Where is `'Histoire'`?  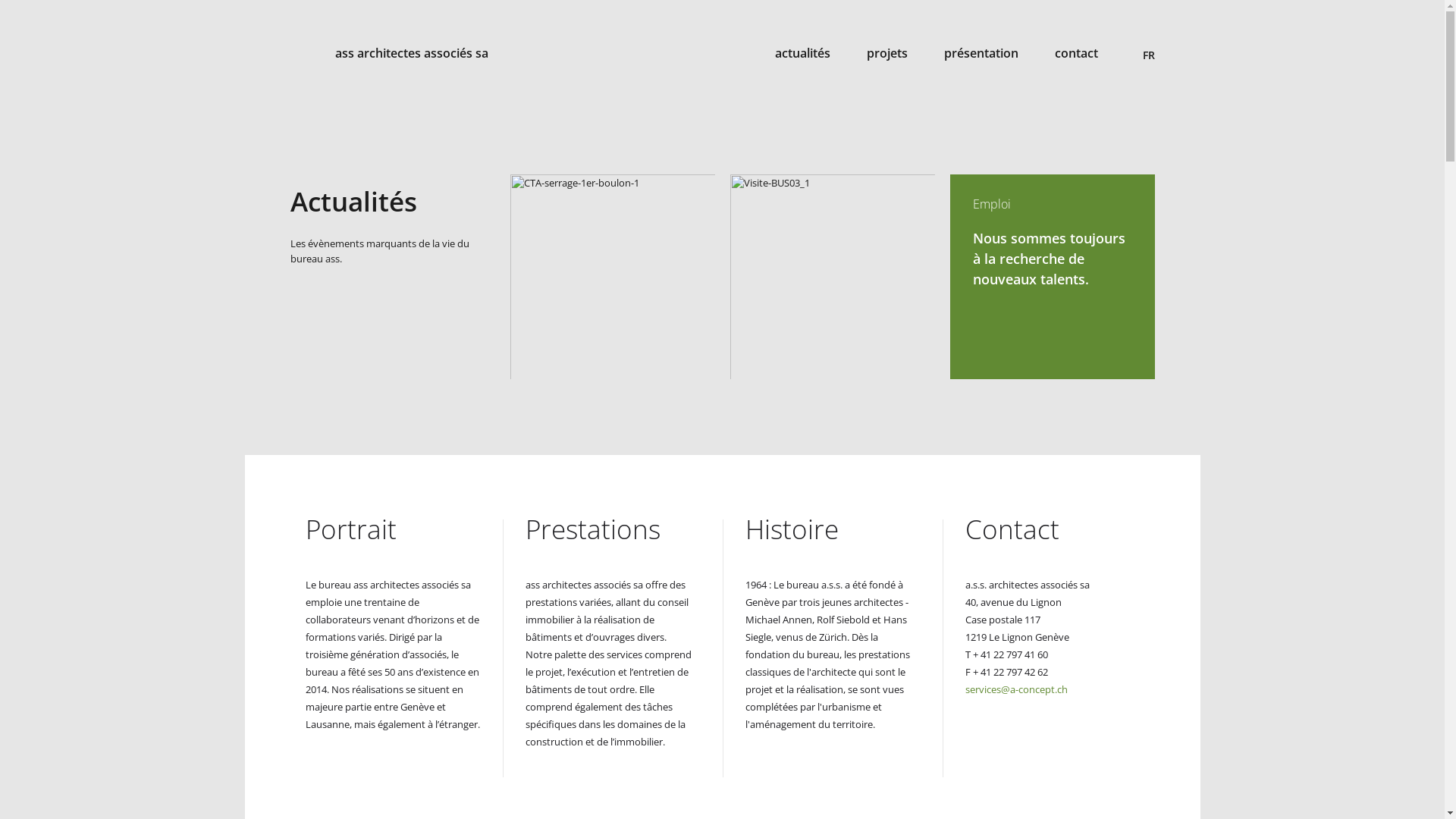
'Histoire' is located at coordinates (790, 528).